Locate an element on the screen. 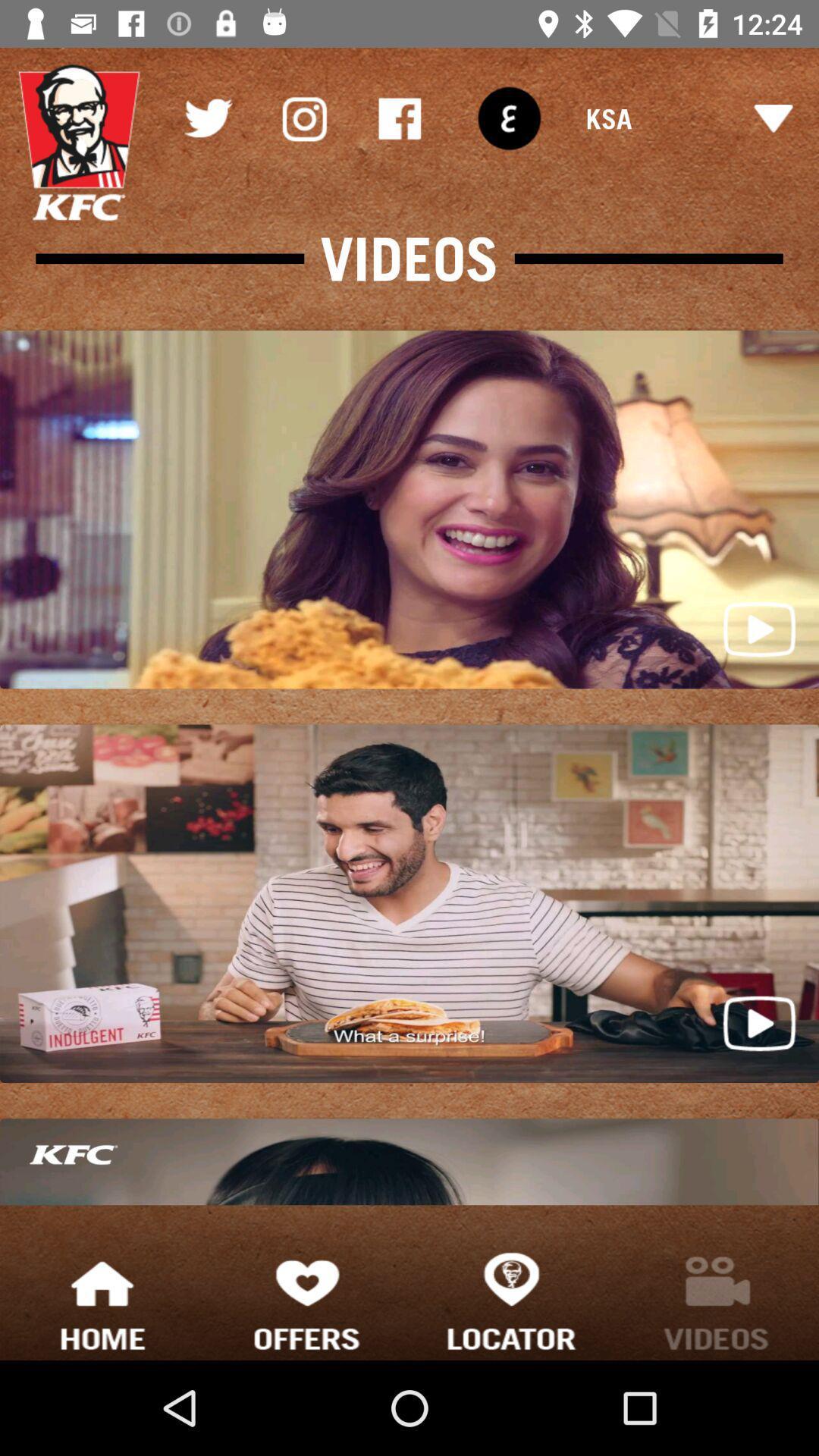  the photo icon is located at coordinates (303, 118).